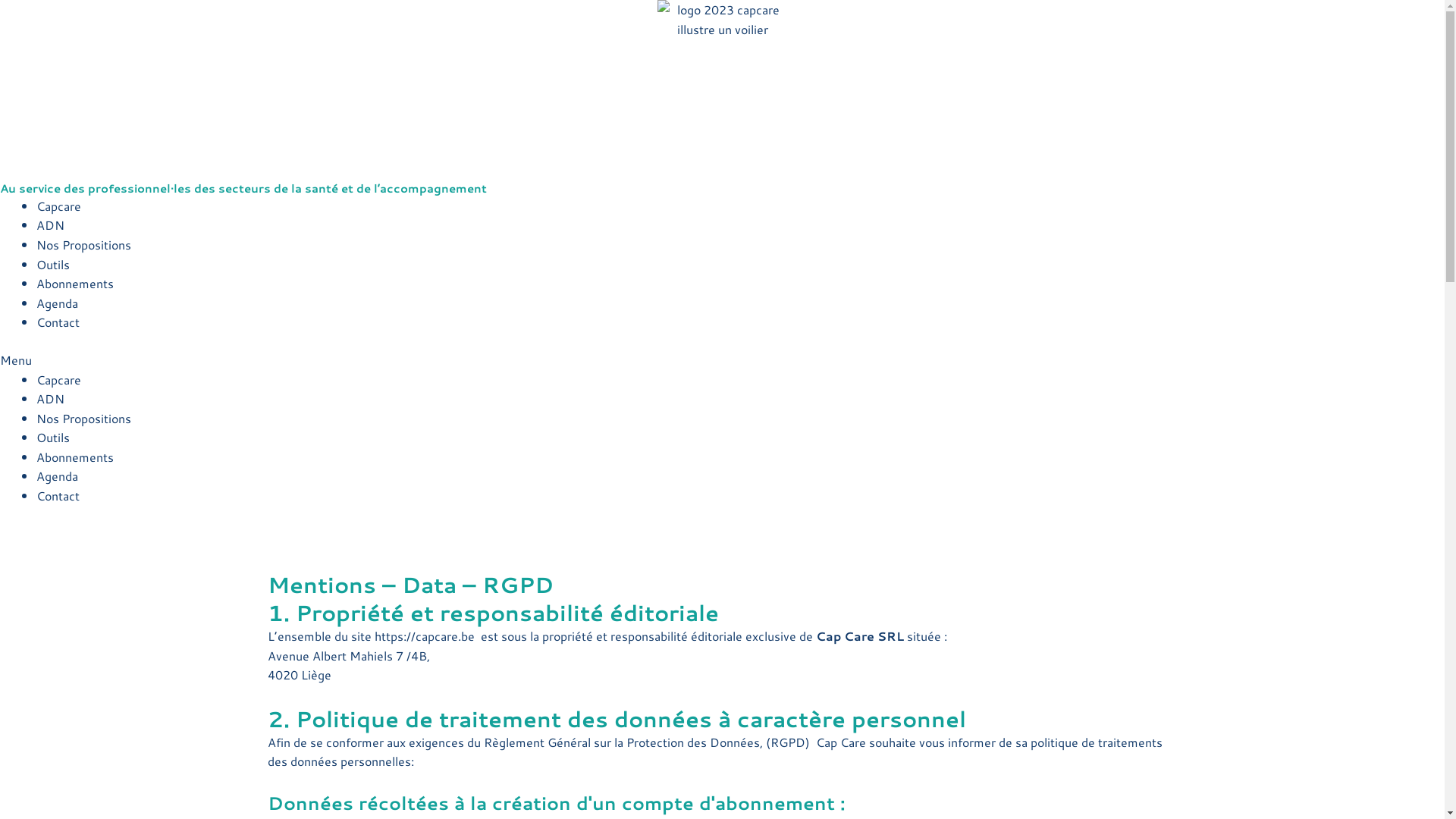 This screenshot has height=819, width=1456. I want to click on 'Outils', so click(53, 437).